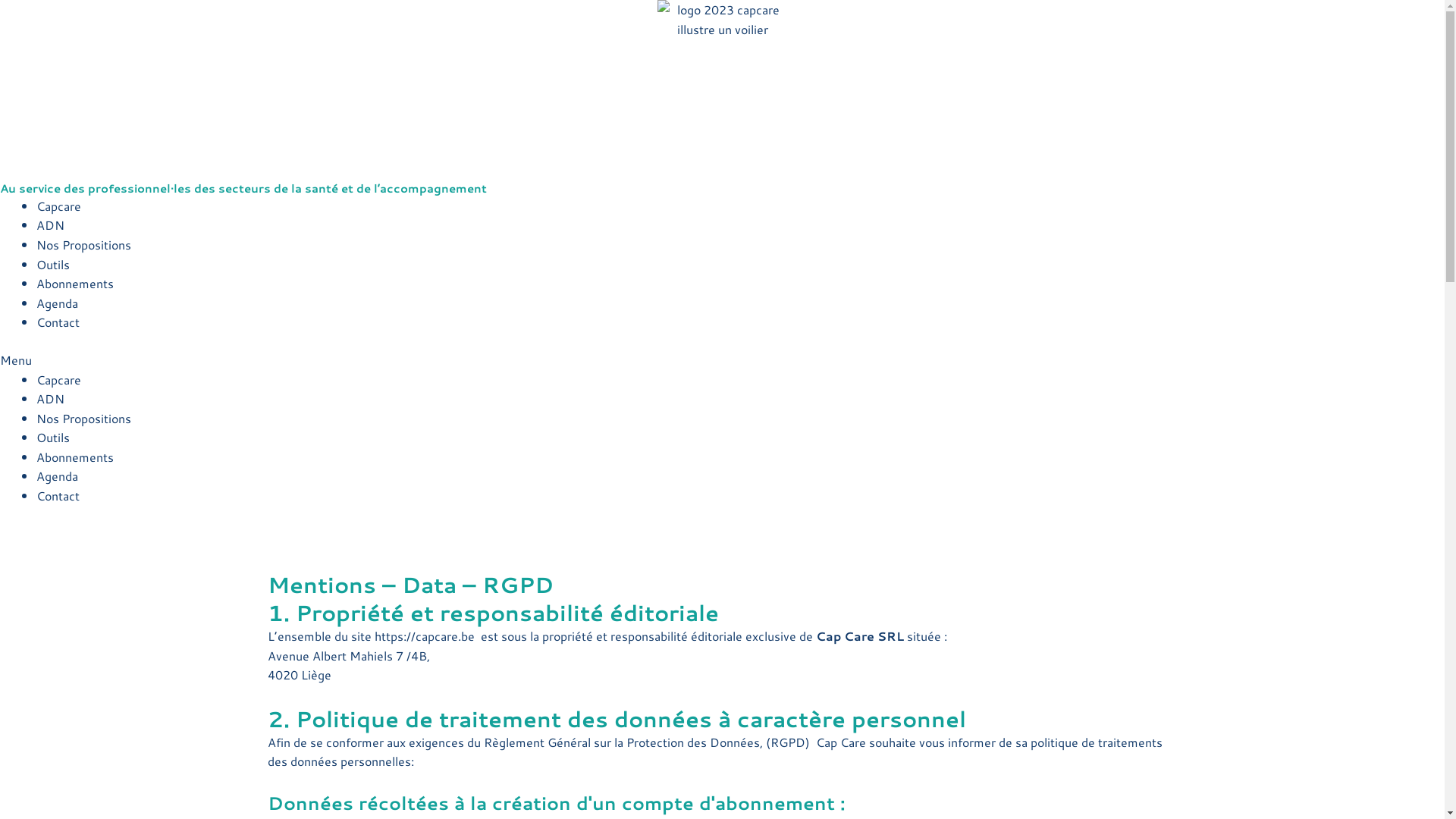 This screenshot has height=819, width=1456. I want to click on 'Outils', so click(53, 437).